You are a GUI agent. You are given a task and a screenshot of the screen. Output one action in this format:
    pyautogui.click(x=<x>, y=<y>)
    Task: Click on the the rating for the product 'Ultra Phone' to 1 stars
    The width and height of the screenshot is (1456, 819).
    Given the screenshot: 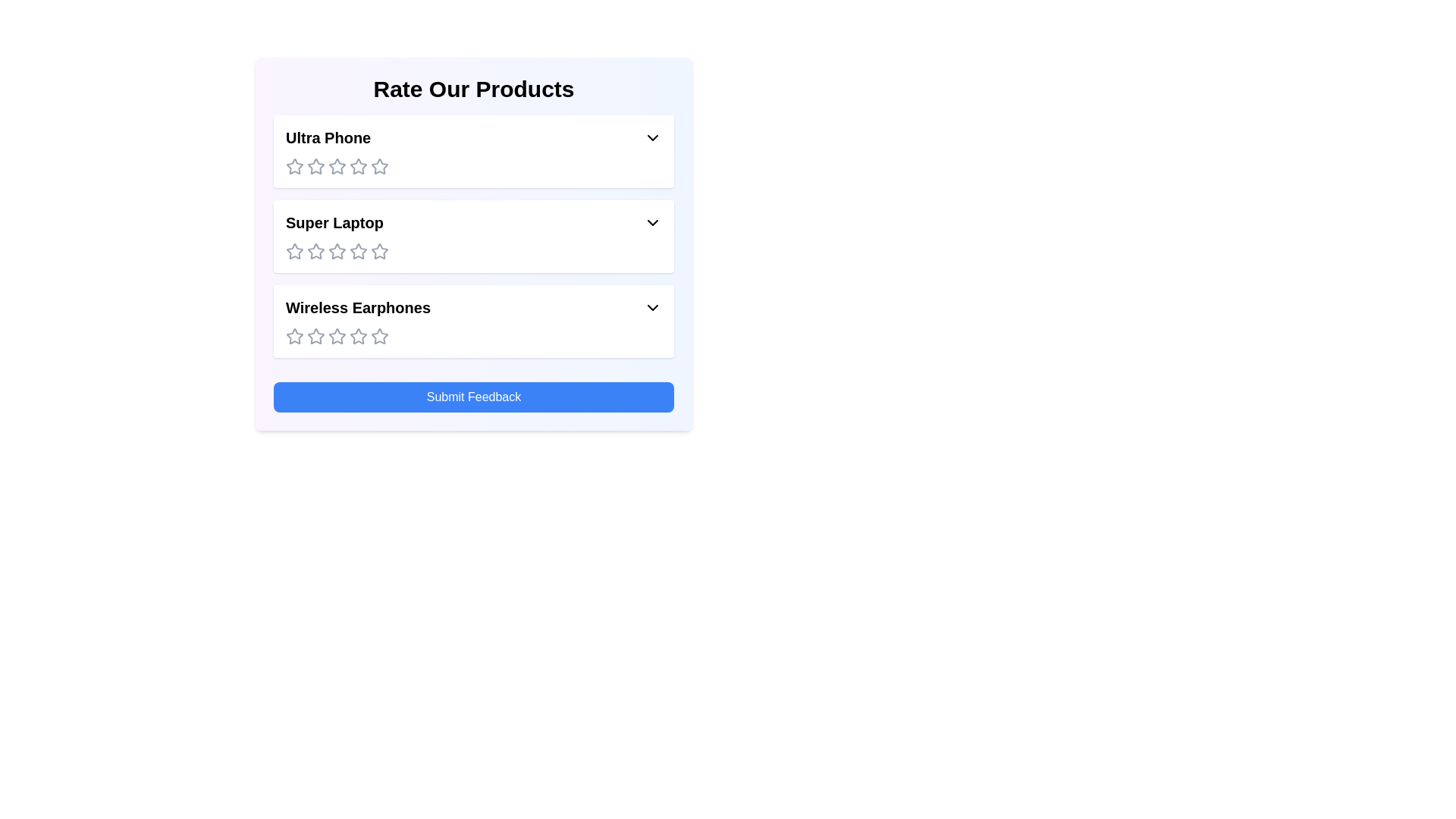 What is the action you would take?
    pyautogui.click(x=294, y=166)
    